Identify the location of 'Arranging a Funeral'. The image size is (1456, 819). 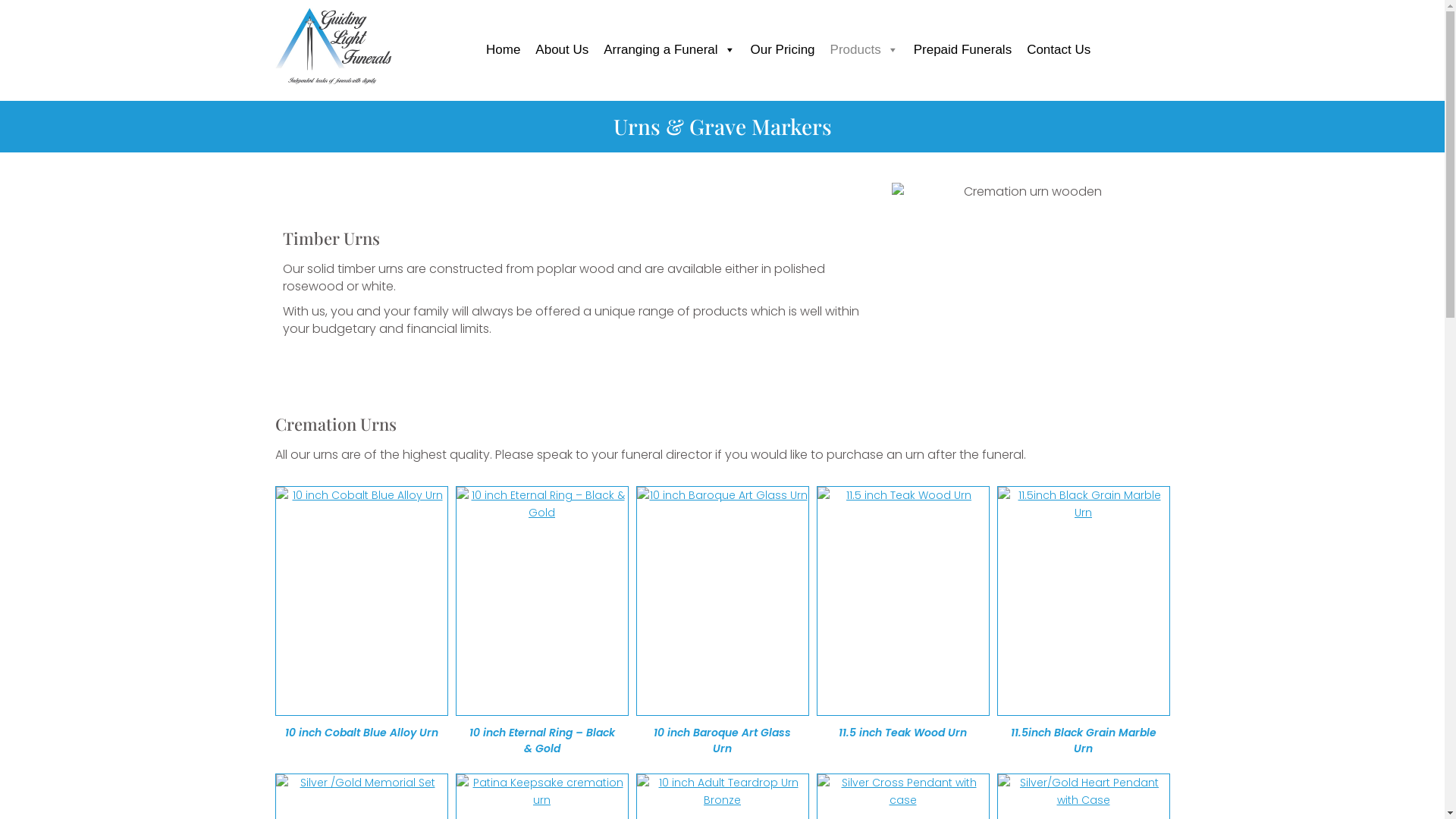
(668, 49).